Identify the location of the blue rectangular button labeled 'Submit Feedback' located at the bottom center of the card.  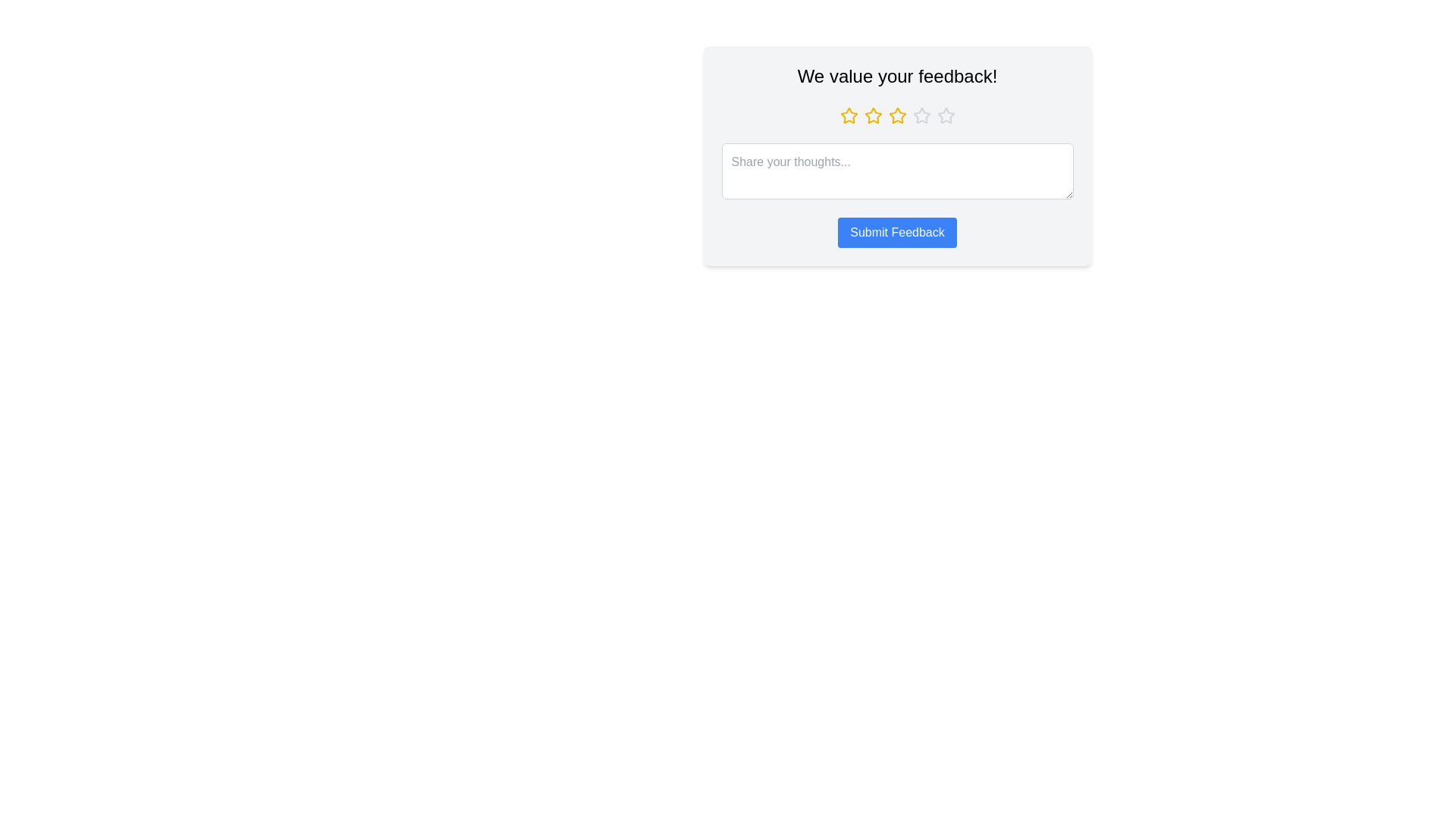
(897, 233).